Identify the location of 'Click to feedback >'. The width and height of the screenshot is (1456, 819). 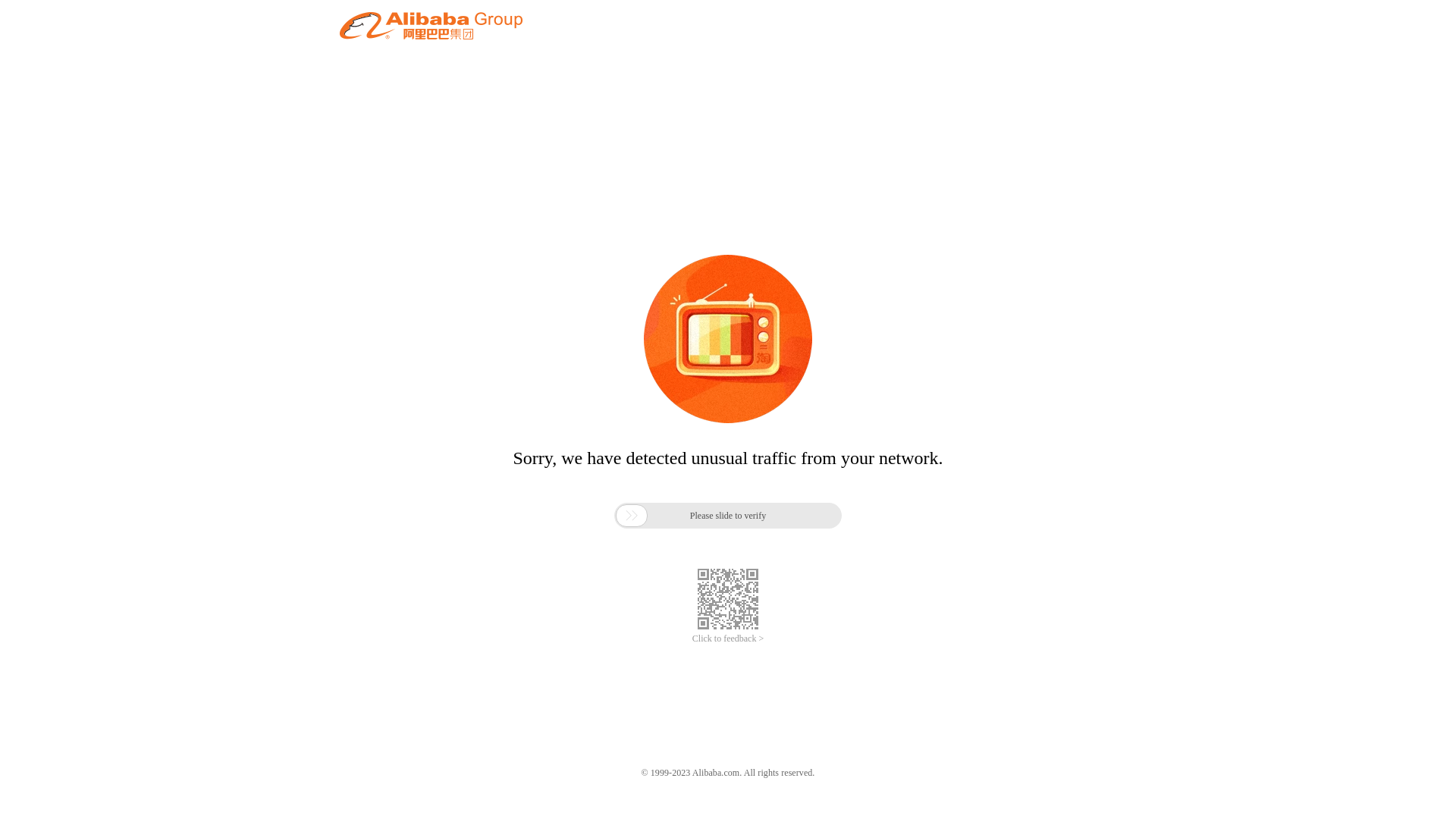
(728, 639).